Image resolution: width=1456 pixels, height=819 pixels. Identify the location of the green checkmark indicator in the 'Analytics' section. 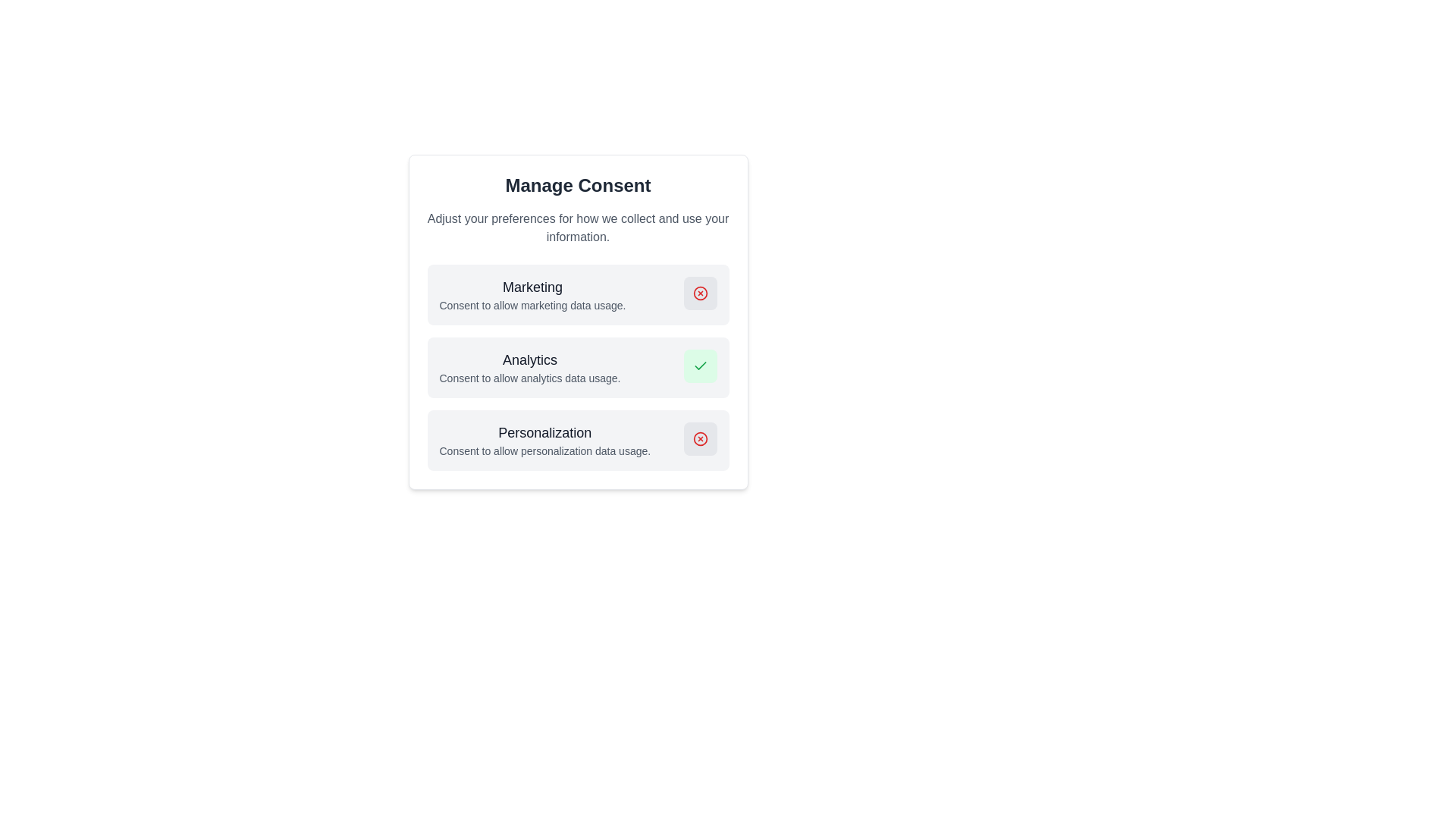
(699, 366).